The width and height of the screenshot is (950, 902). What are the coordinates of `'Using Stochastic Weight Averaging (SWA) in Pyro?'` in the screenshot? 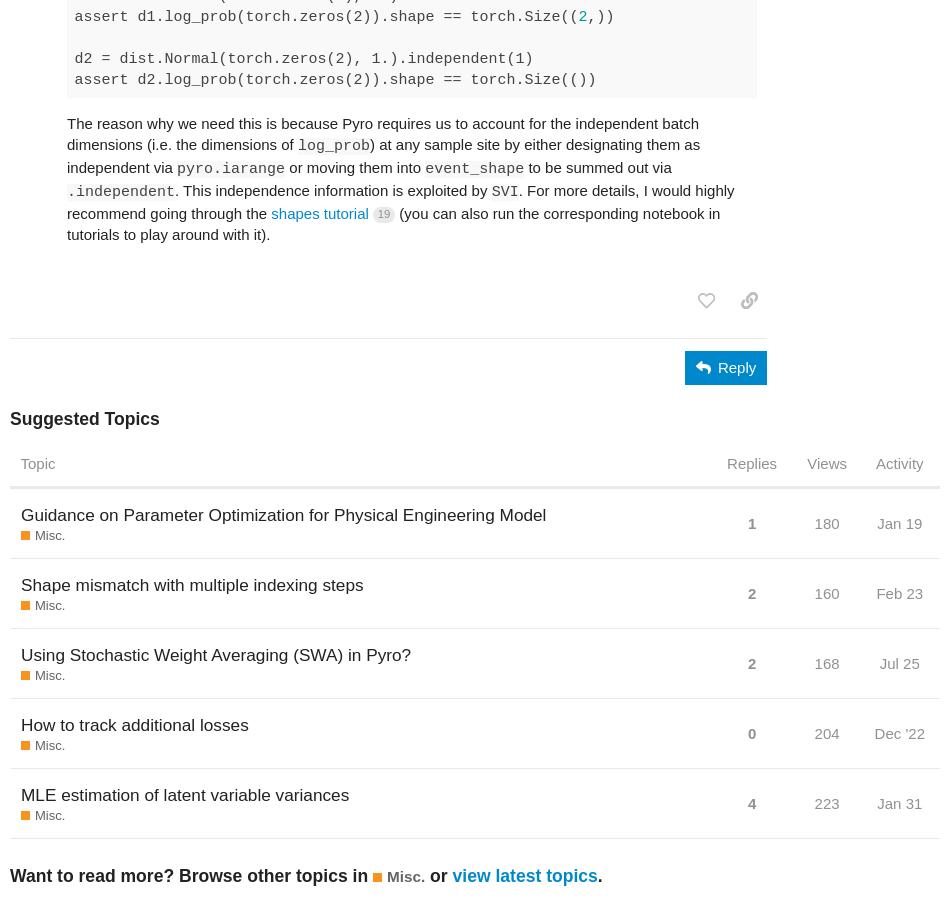 It's located at (216, 653).